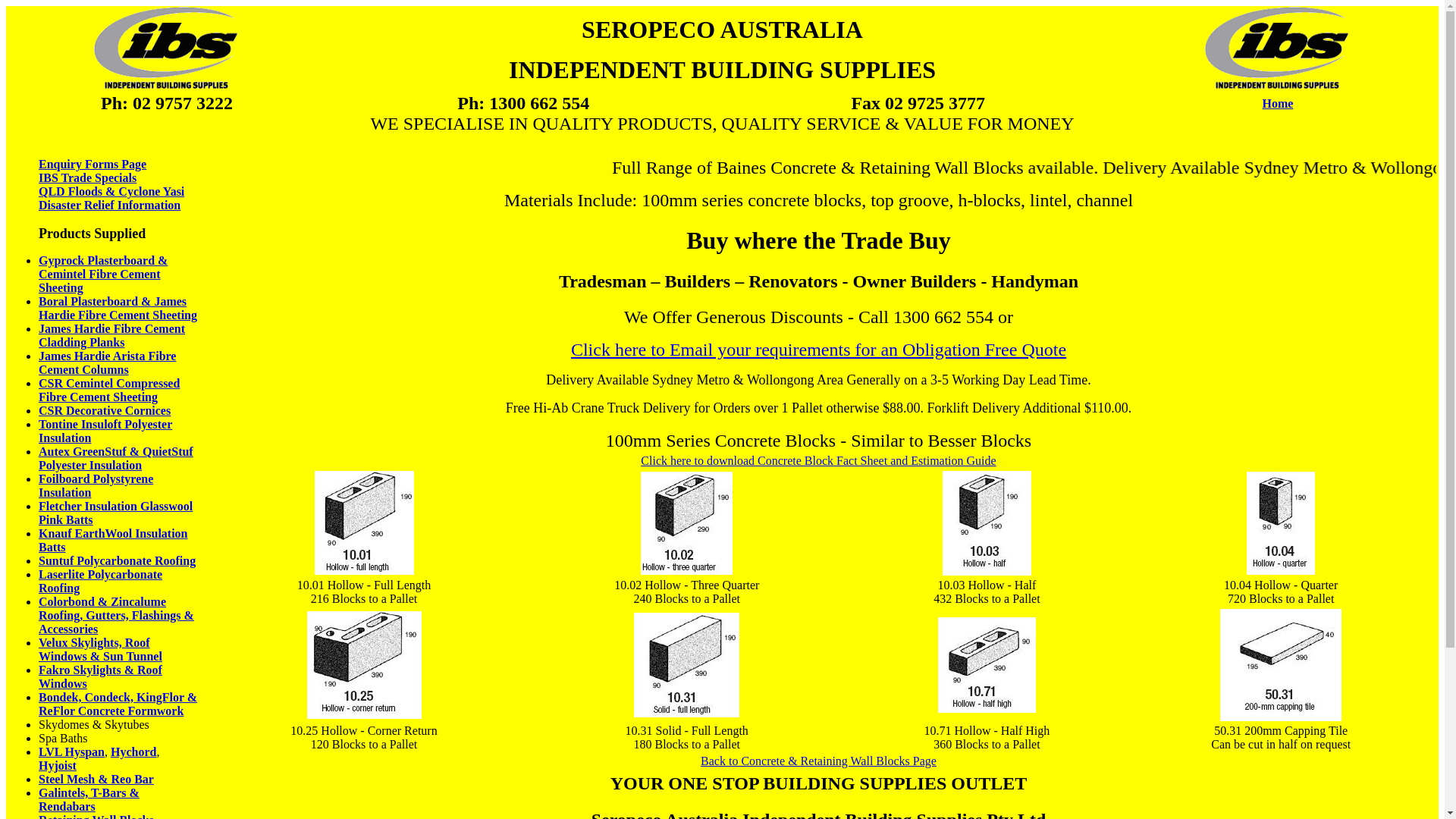  Describe the element at coordinates (115, 512) in the screenshot. I see `'Fletcher Insulation Glasswool Pink Batts'` at that location.